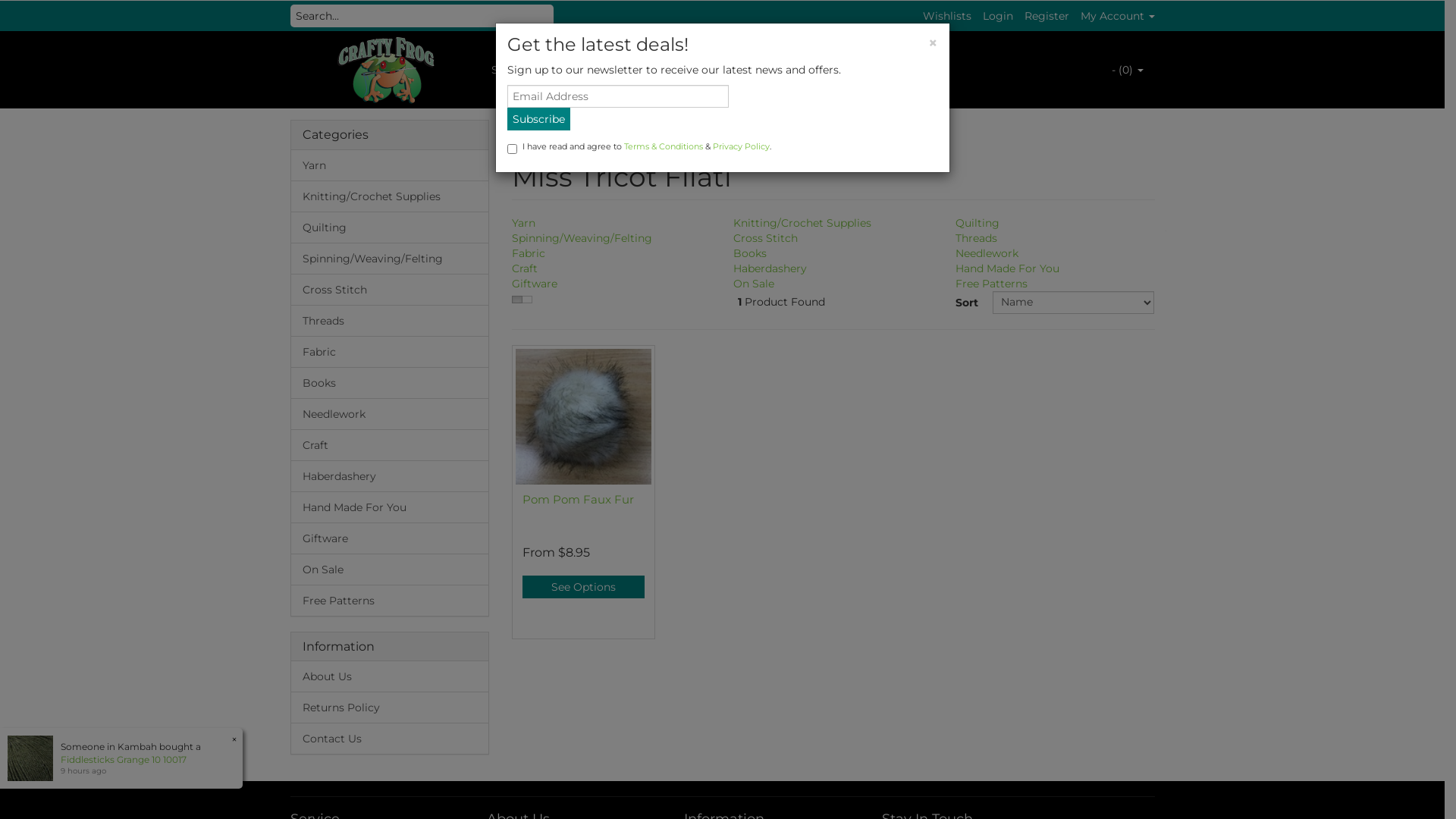 The width and height of the screenshot is (1456, 819). Describe the element at coordinates (582, 586) in the screenshot. I see `'See Options'` at that location.